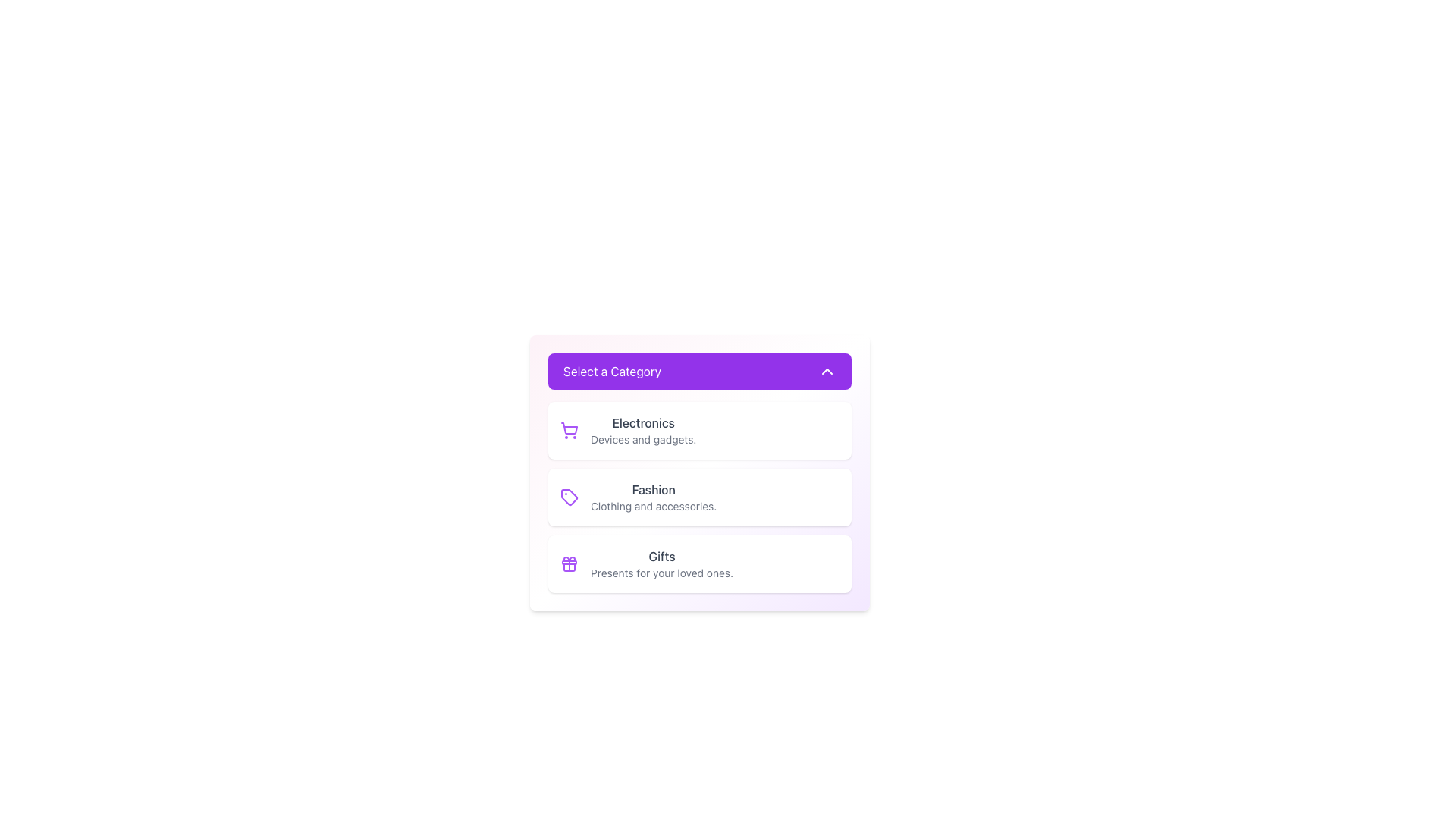  Describe the element at coordinates (643, 430) in the screenshot. I see `'Electronics' category label and subtitle component, which describes items related to electronic devices and gadgets` at that location.